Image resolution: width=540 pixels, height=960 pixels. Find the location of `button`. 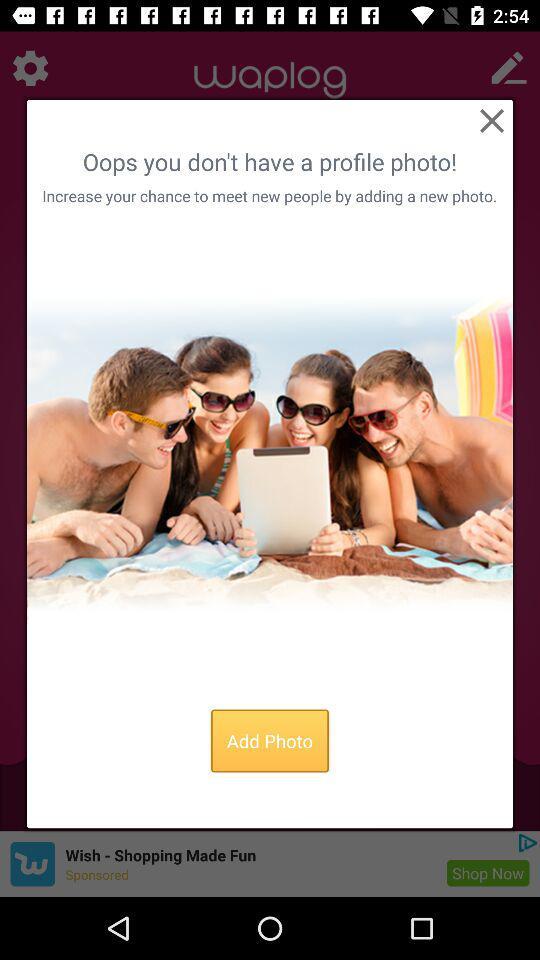

button is located at coordinates (490, 120).